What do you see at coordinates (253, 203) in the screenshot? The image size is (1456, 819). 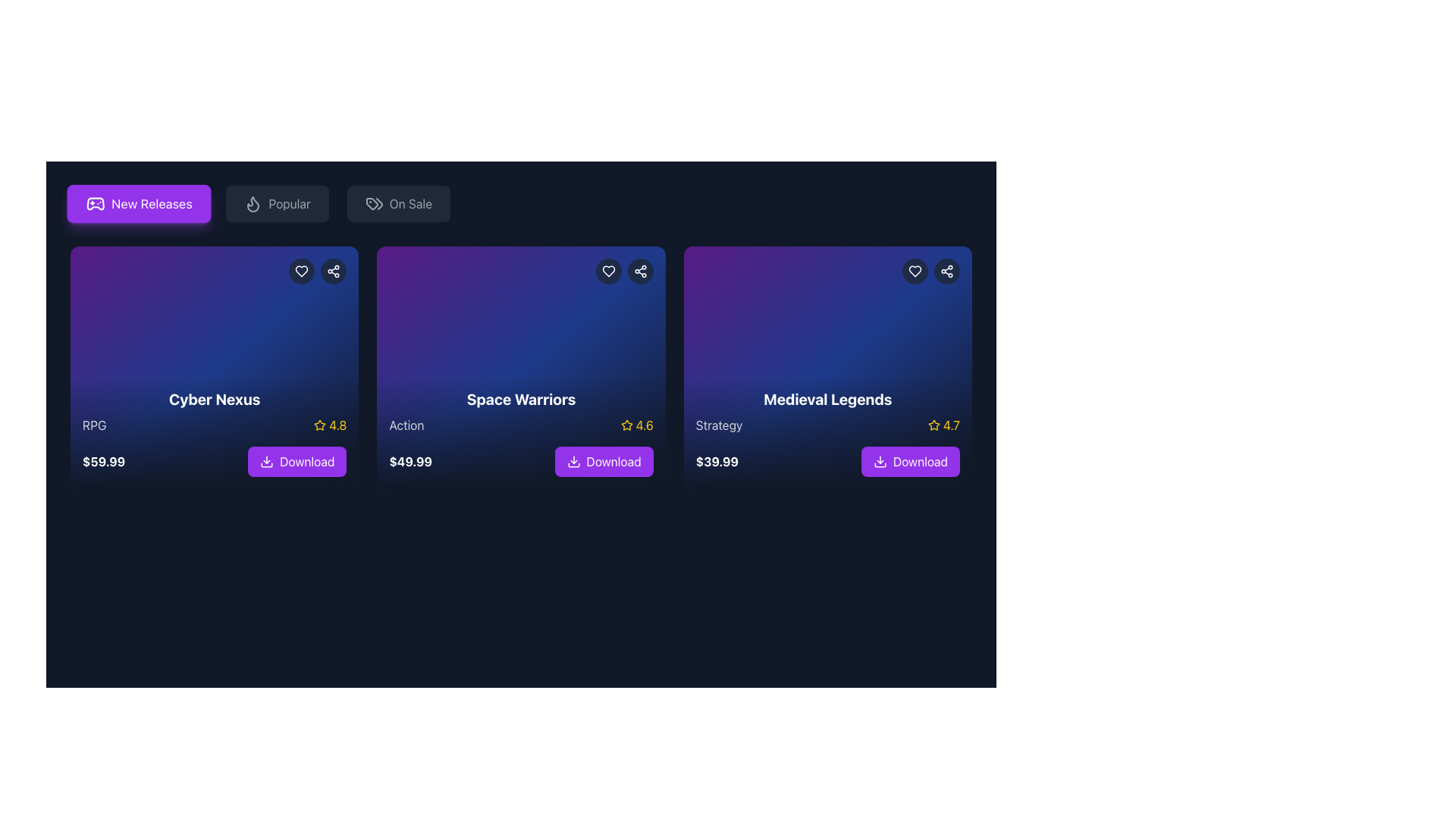 I see `the flame icon in the toolbar, which represents fire or heat and is located to the right of the 'New Releases' button` at bounding box center [253, 203].